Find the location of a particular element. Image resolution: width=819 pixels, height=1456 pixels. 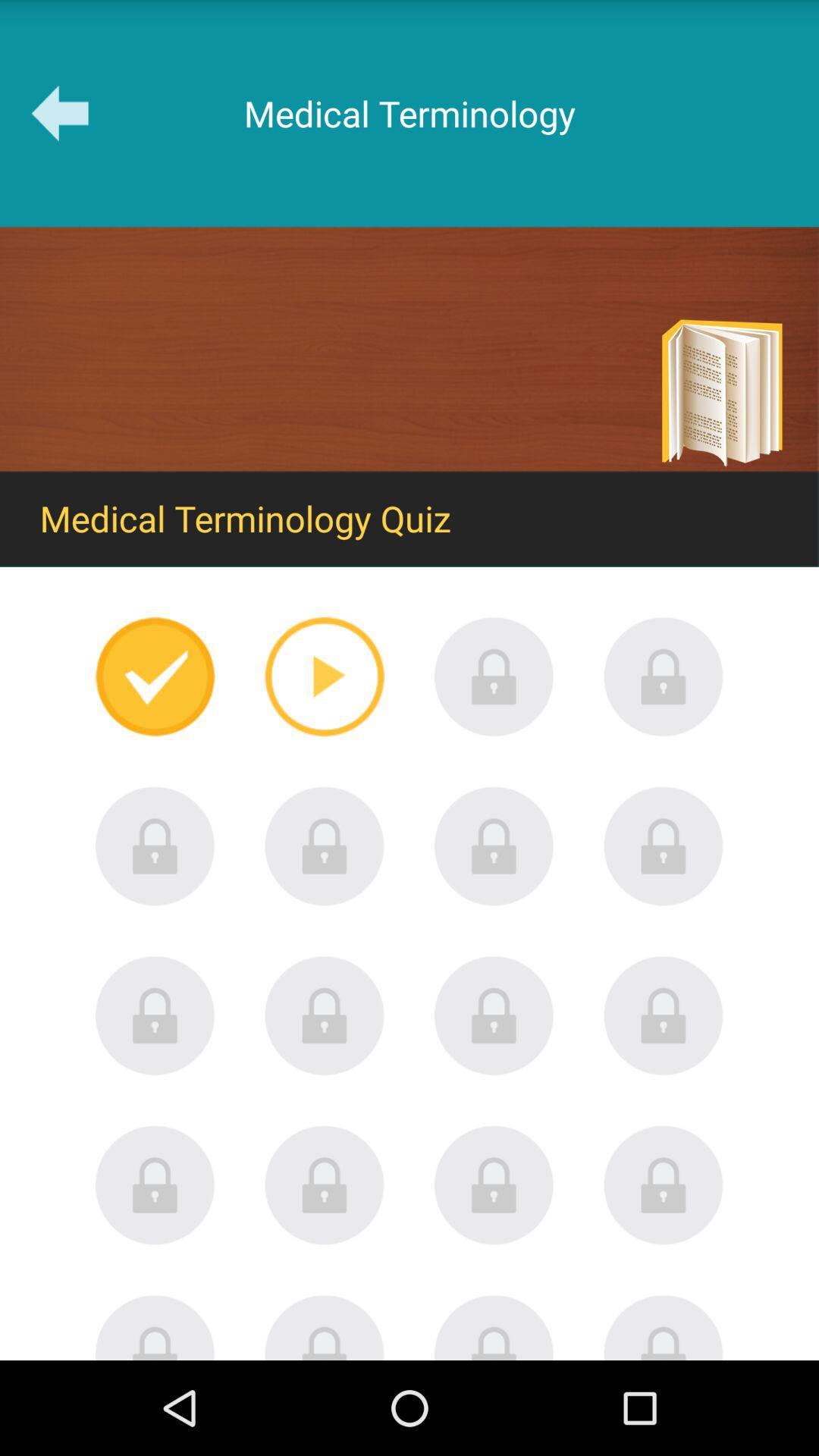

the lock icon is located at coordinates (663, 905).